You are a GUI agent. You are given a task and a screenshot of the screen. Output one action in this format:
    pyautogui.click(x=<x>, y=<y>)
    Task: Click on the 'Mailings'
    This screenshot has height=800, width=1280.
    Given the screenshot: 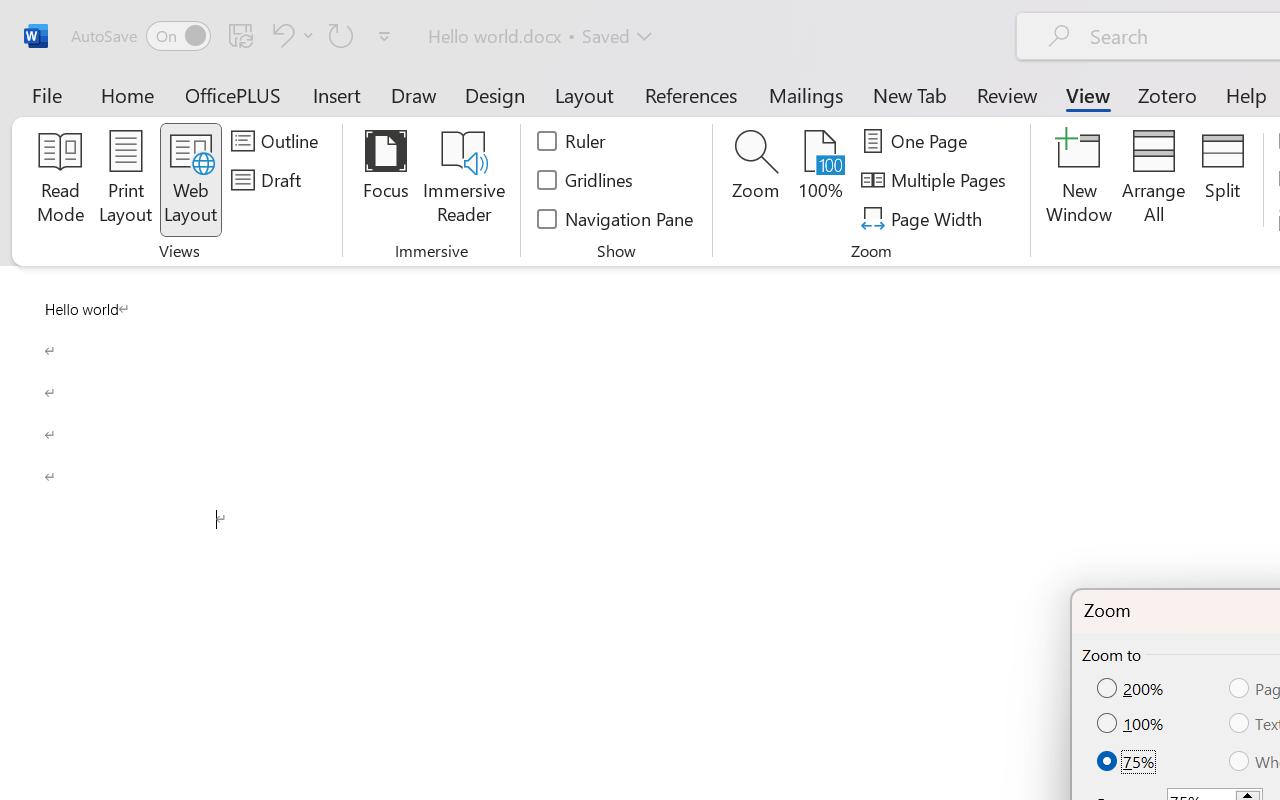 What is the action you would take?
    pyautogui.click(x=806, y=94)
    